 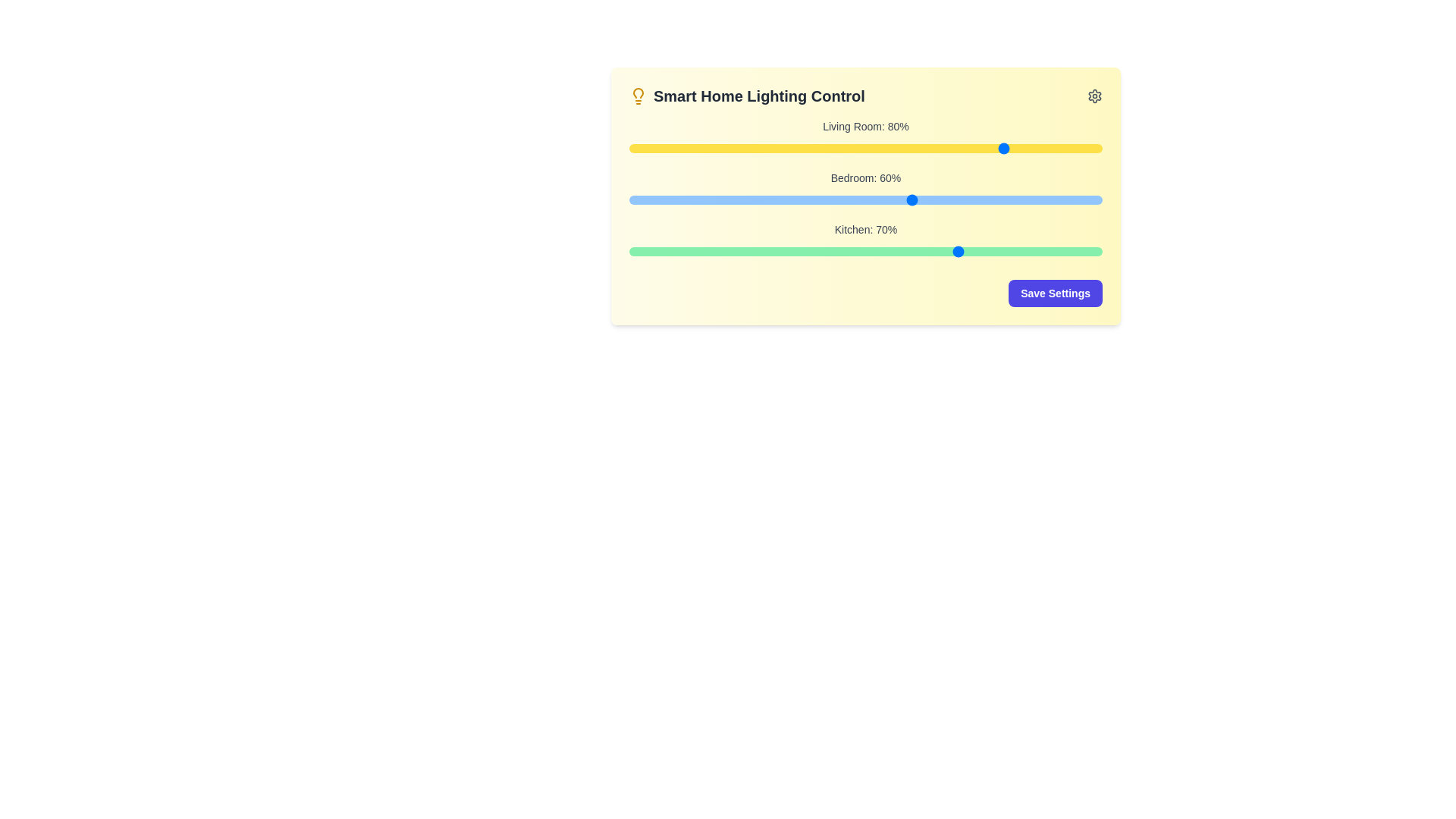 I want to click on the living room light intensity, so click(x=1027, y=149).